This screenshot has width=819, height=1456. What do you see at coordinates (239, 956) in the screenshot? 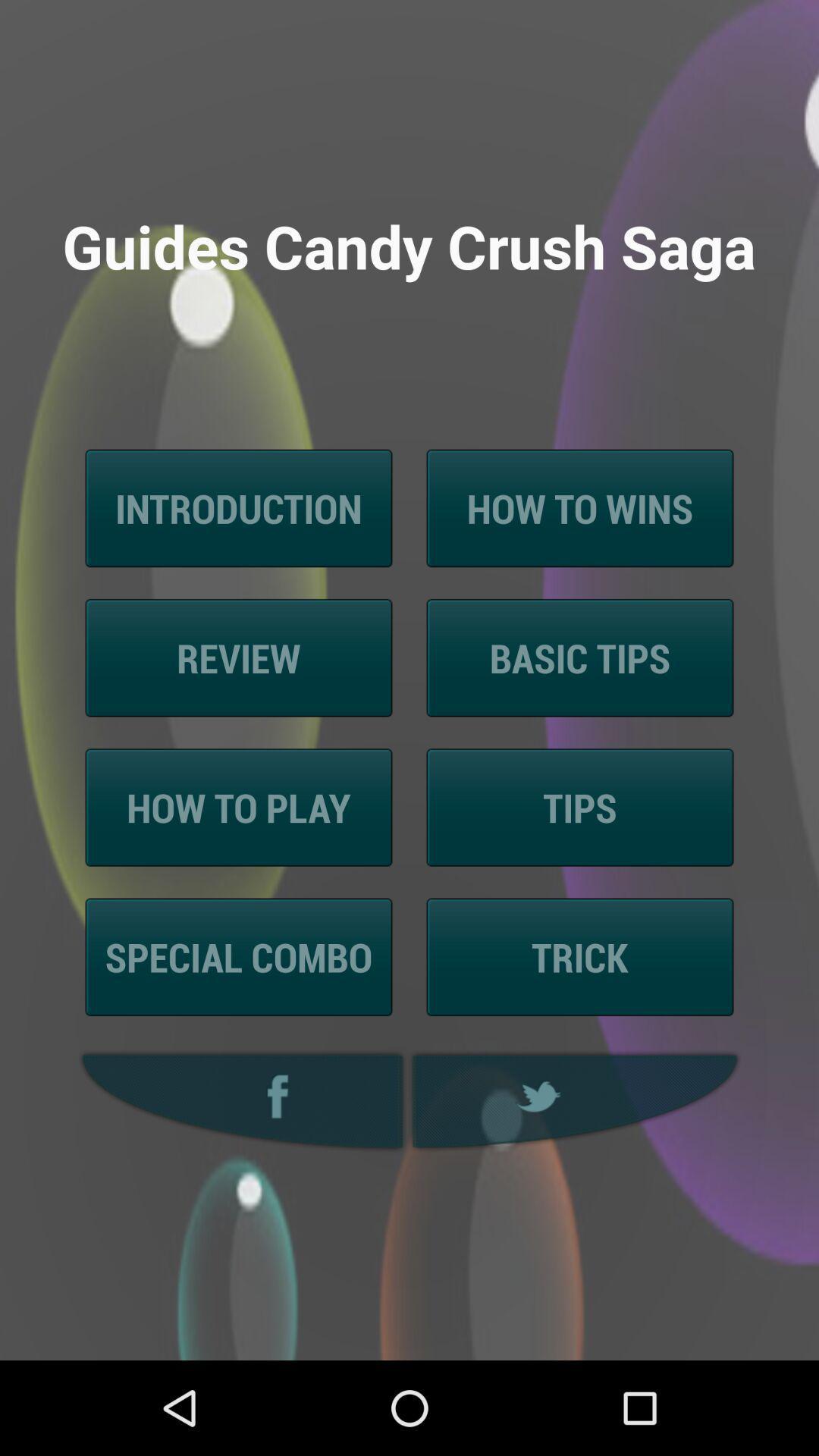
I see `special combo` at bounding box center [239, 956].